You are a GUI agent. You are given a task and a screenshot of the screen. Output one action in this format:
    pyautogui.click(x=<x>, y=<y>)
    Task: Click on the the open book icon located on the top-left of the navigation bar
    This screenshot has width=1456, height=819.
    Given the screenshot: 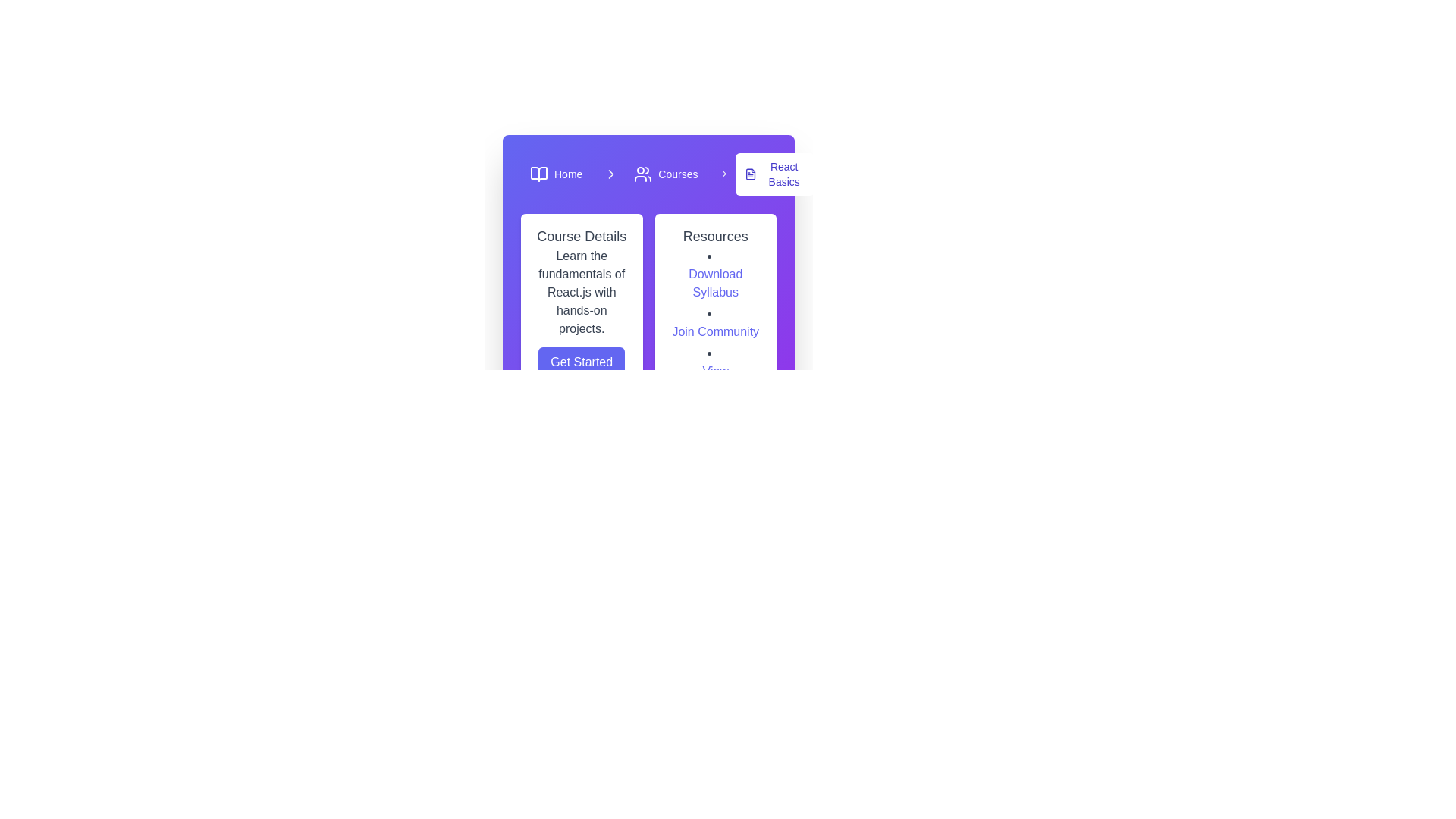 What is the action you would take?
    pyautogui.click(x=538, y=174)
    